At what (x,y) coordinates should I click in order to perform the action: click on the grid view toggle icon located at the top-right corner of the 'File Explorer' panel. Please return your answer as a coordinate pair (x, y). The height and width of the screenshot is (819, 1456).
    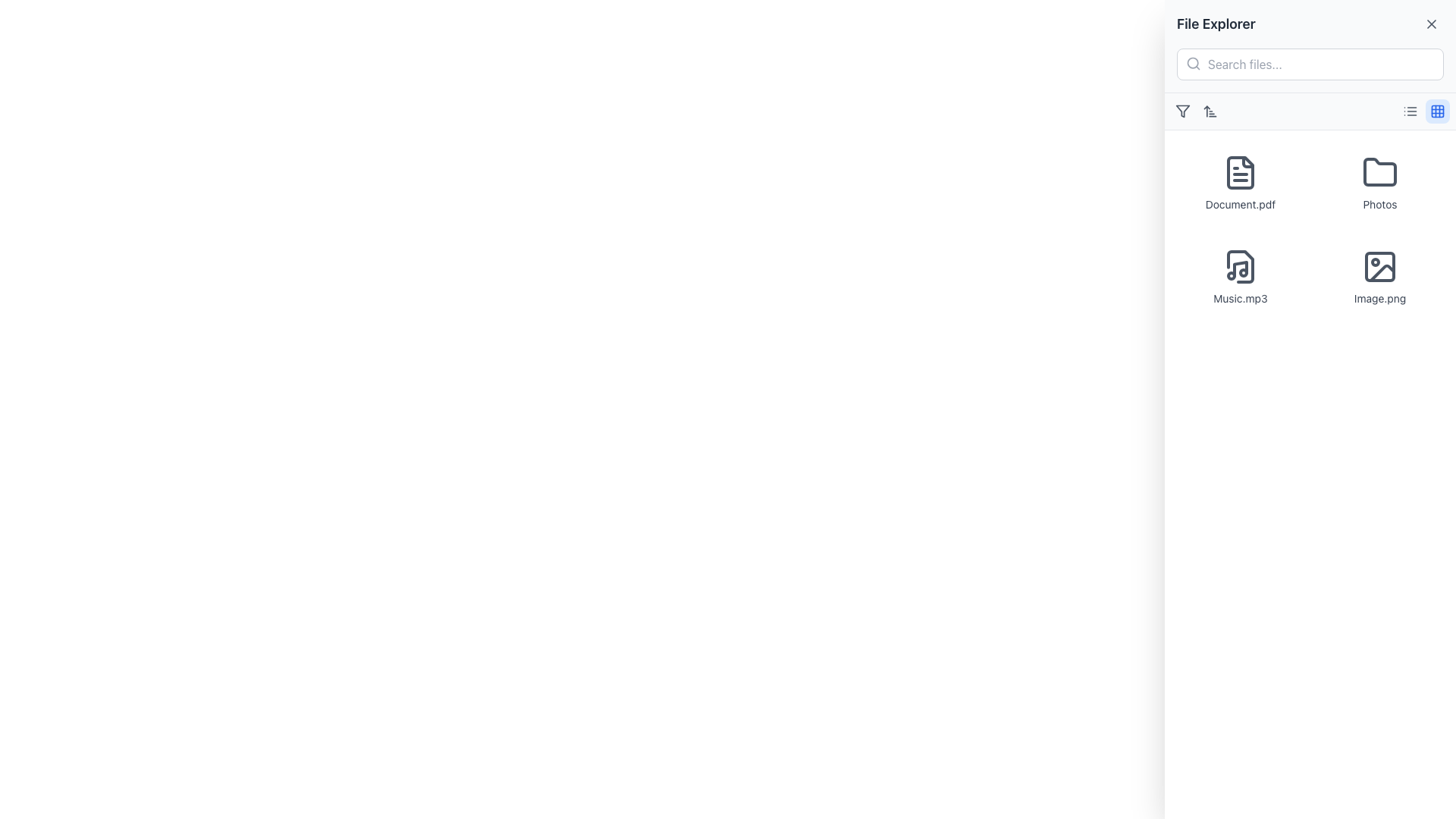
    Looking at the image, I should click on (1437, 110).